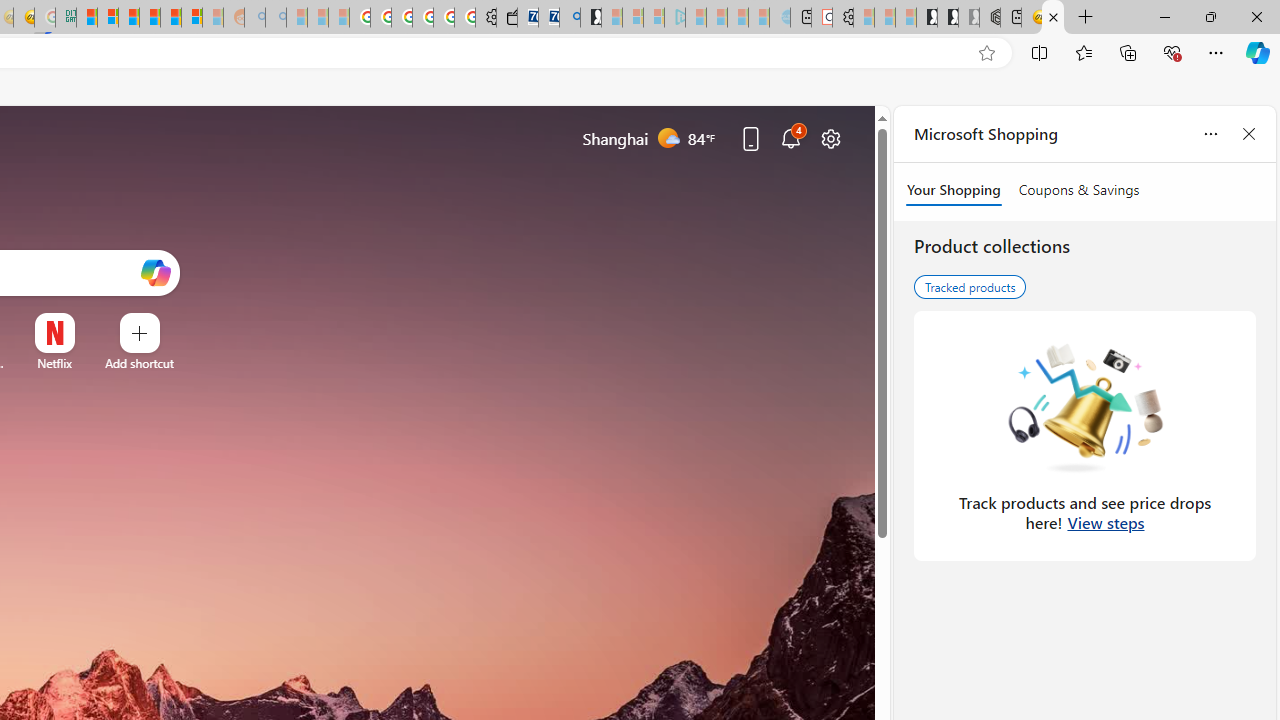  Describe the element at coordinates (568, 17) in the screenshot. I see `'Bing Real Estate - Home sales and rental listings'` at that location.